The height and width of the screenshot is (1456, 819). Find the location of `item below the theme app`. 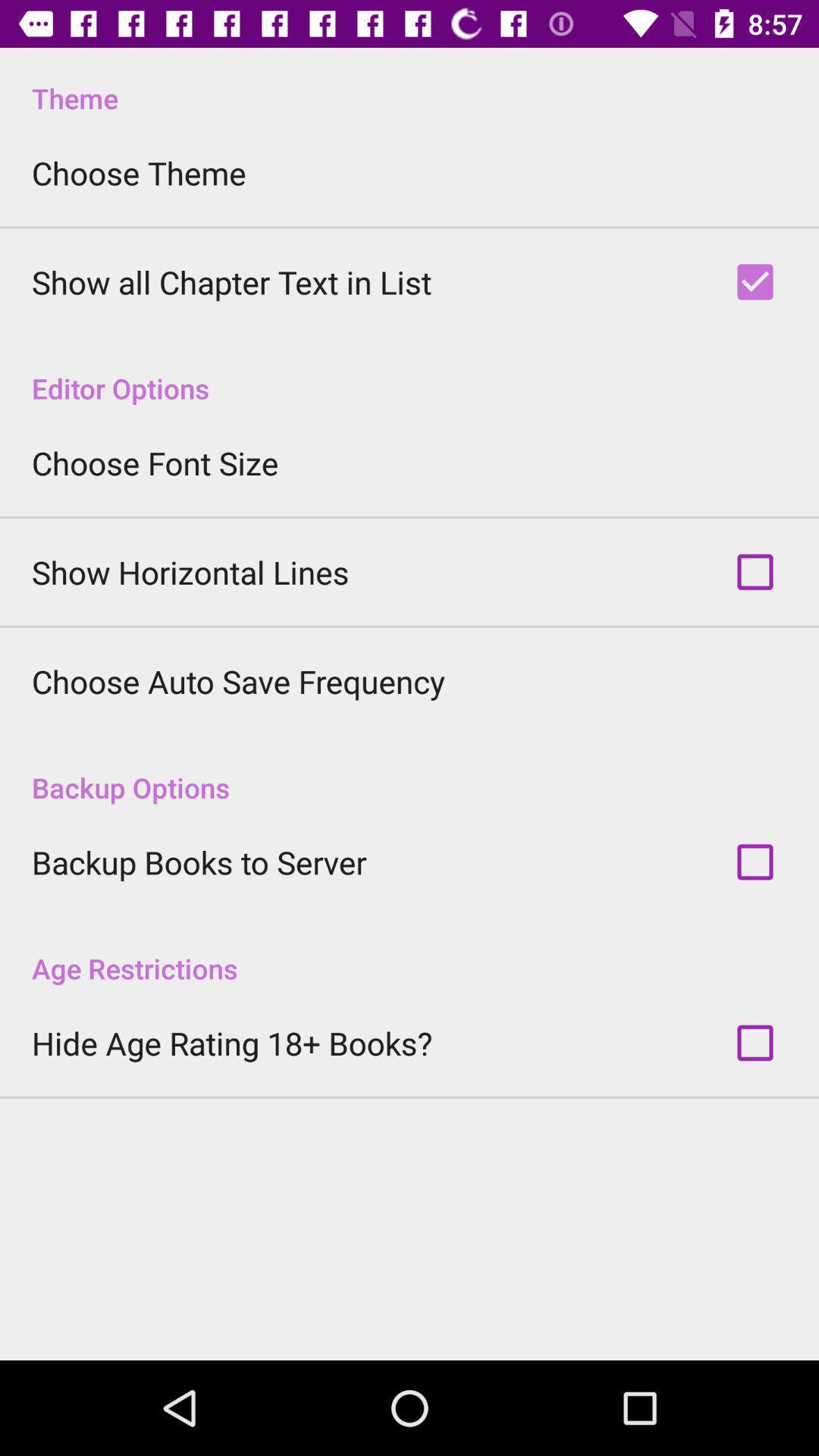

item below the theme app is located at coordinates (139, 173).